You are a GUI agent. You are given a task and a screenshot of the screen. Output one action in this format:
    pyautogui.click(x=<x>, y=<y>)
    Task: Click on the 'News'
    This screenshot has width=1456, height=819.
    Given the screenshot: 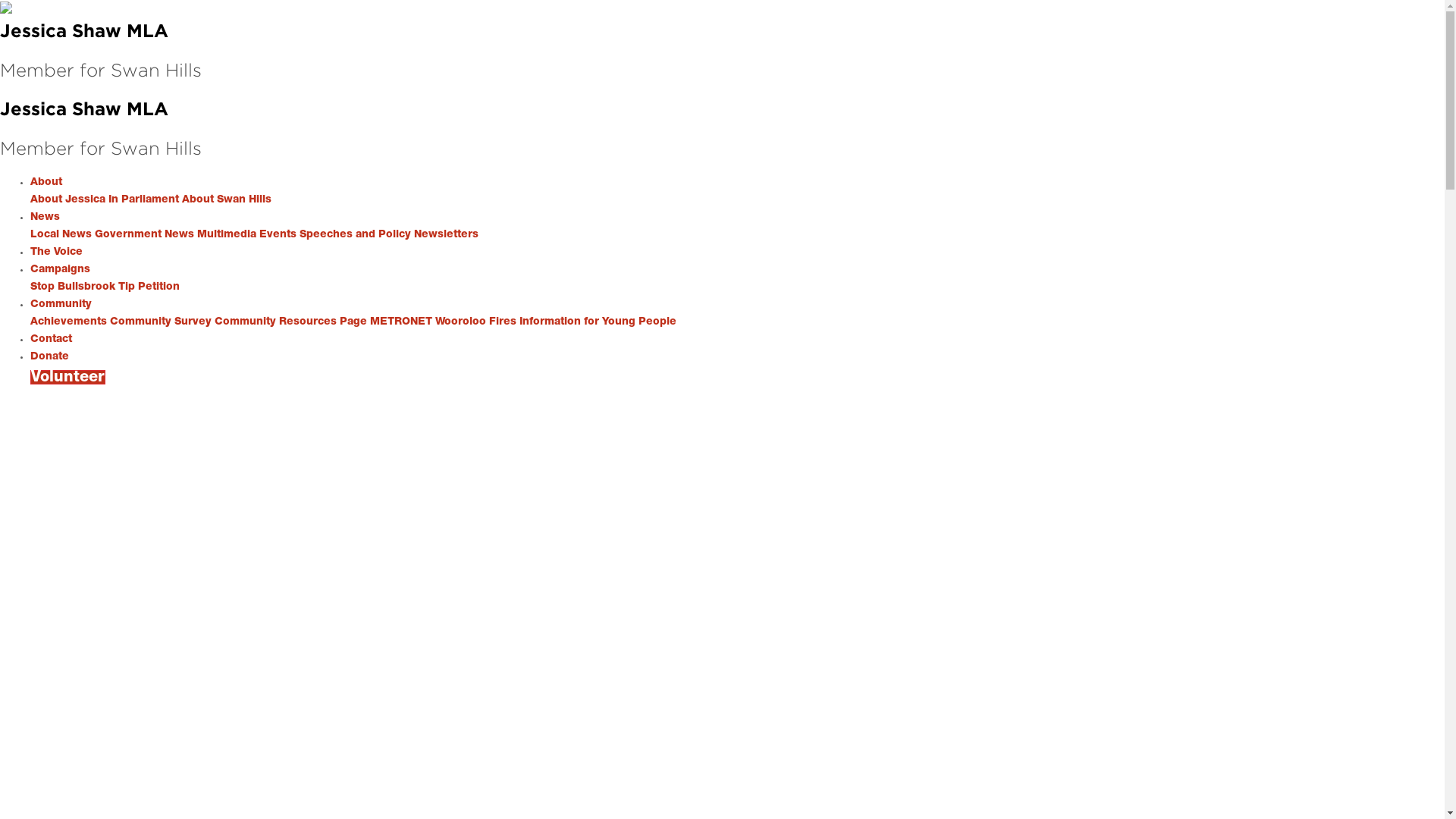 What is the action you would take?
    pyautogui.click(x=30, y=216)
    